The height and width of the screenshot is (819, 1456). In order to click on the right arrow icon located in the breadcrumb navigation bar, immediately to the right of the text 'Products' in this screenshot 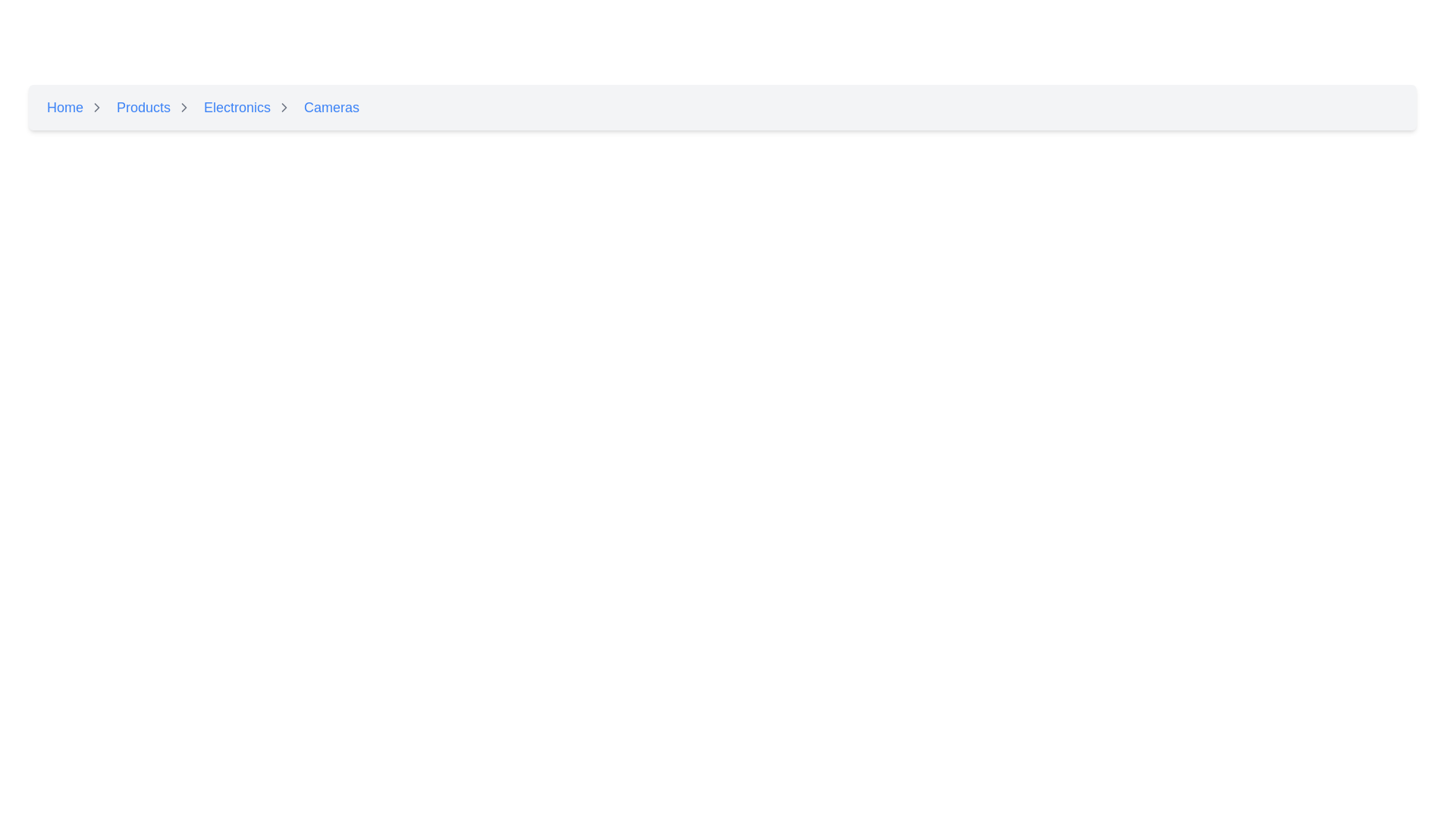, I will do `click(184, 107)`.